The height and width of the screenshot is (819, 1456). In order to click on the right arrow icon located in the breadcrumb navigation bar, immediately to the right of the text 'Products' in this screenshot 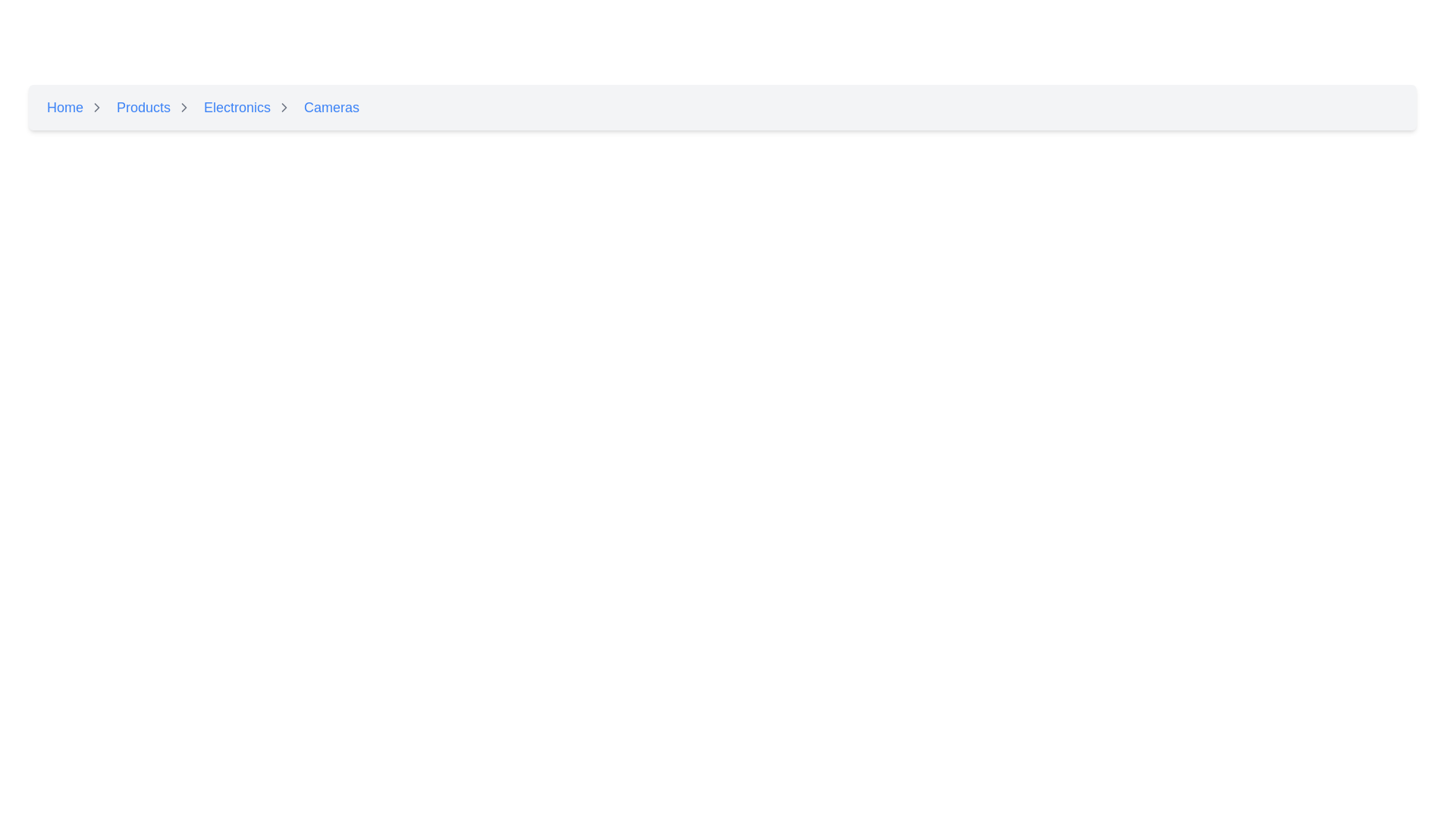, I will do `click(184, 107)`.